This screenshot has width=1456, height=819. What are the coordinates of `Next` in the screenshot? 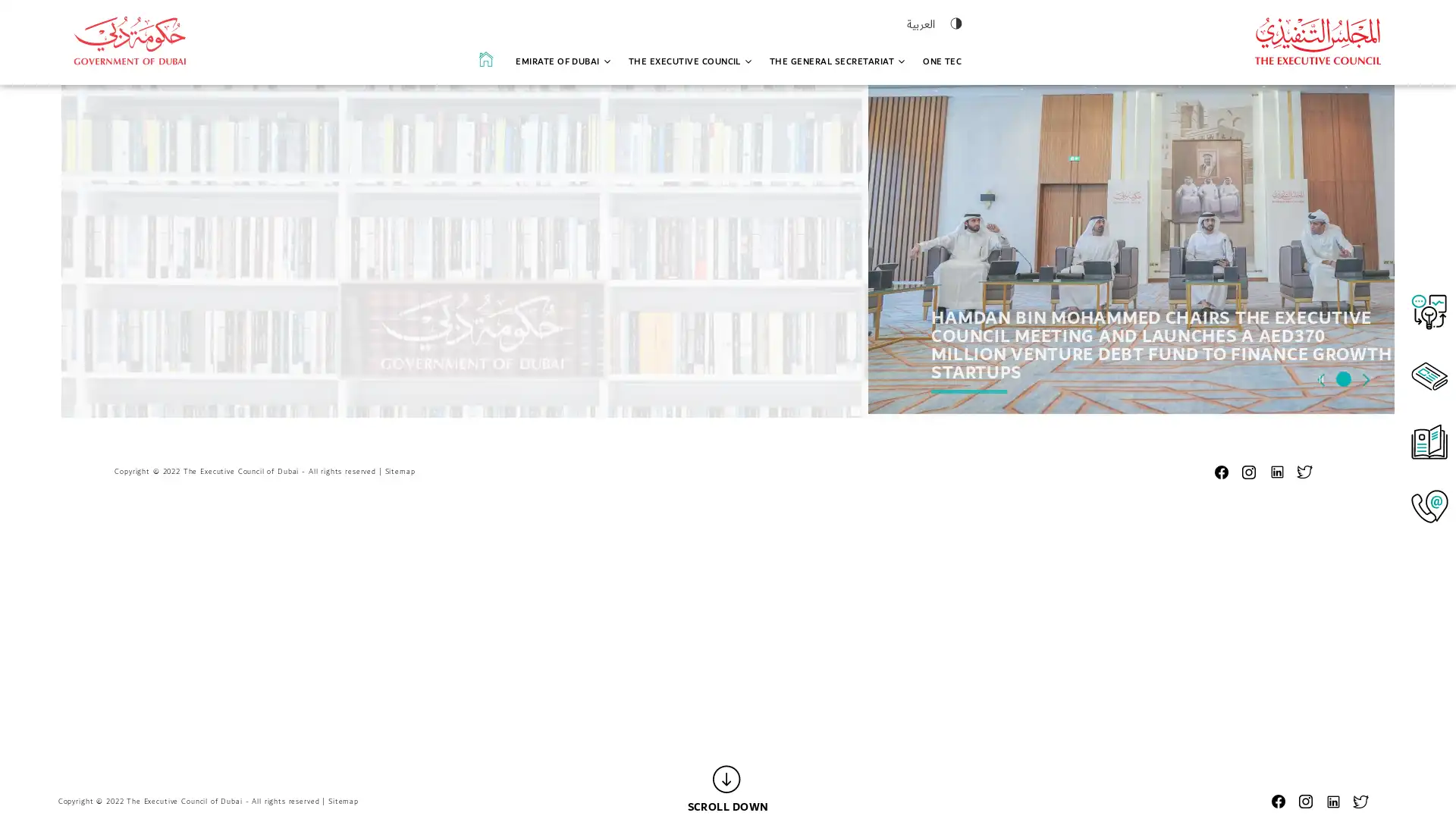 It's located at (1366, 742).